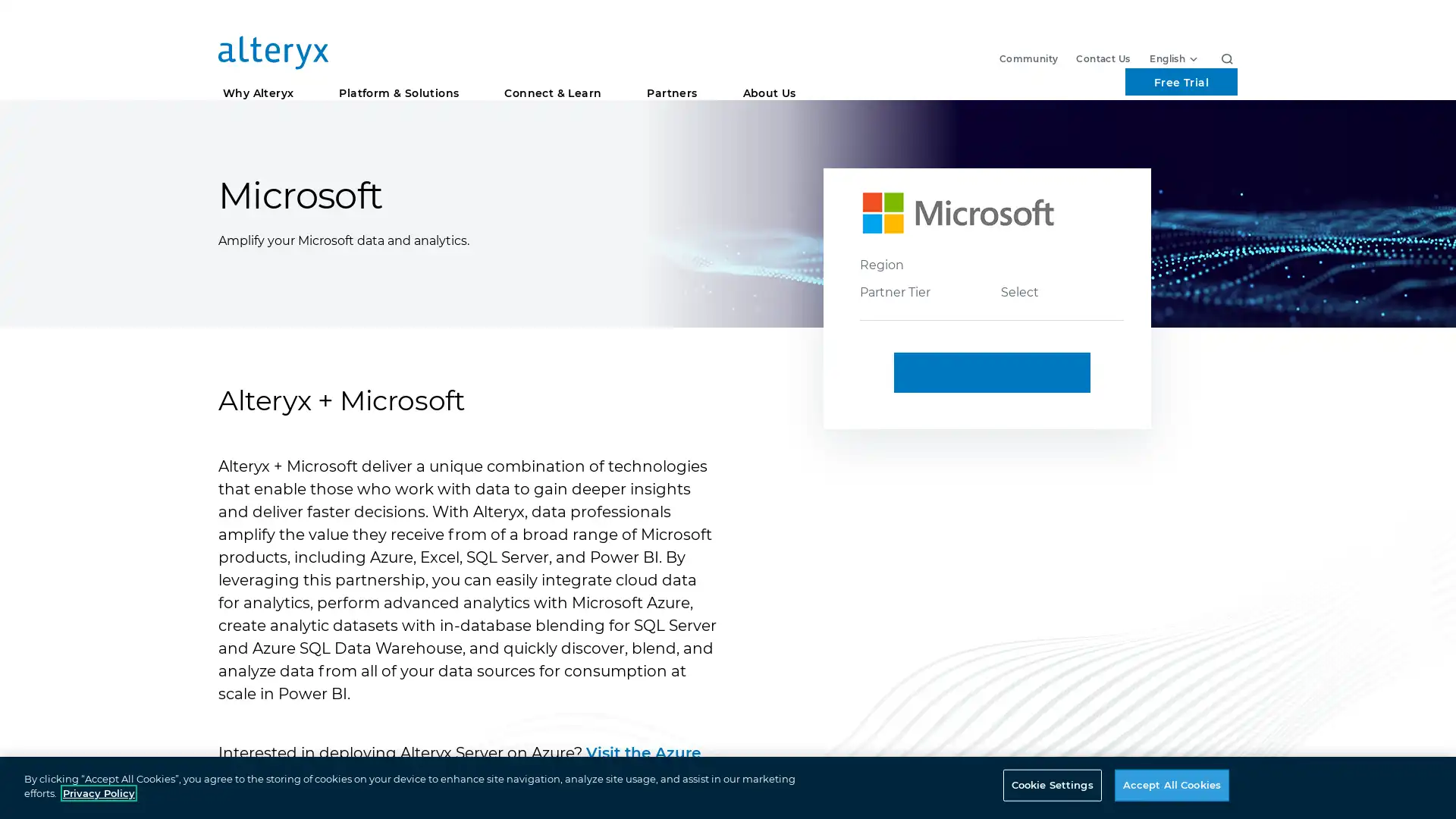 This screenshot has width=1456, height=819. Describe the element at coordinates (399, 76) in the screenshot. I see `Platform & Solutions, menu` at that location.